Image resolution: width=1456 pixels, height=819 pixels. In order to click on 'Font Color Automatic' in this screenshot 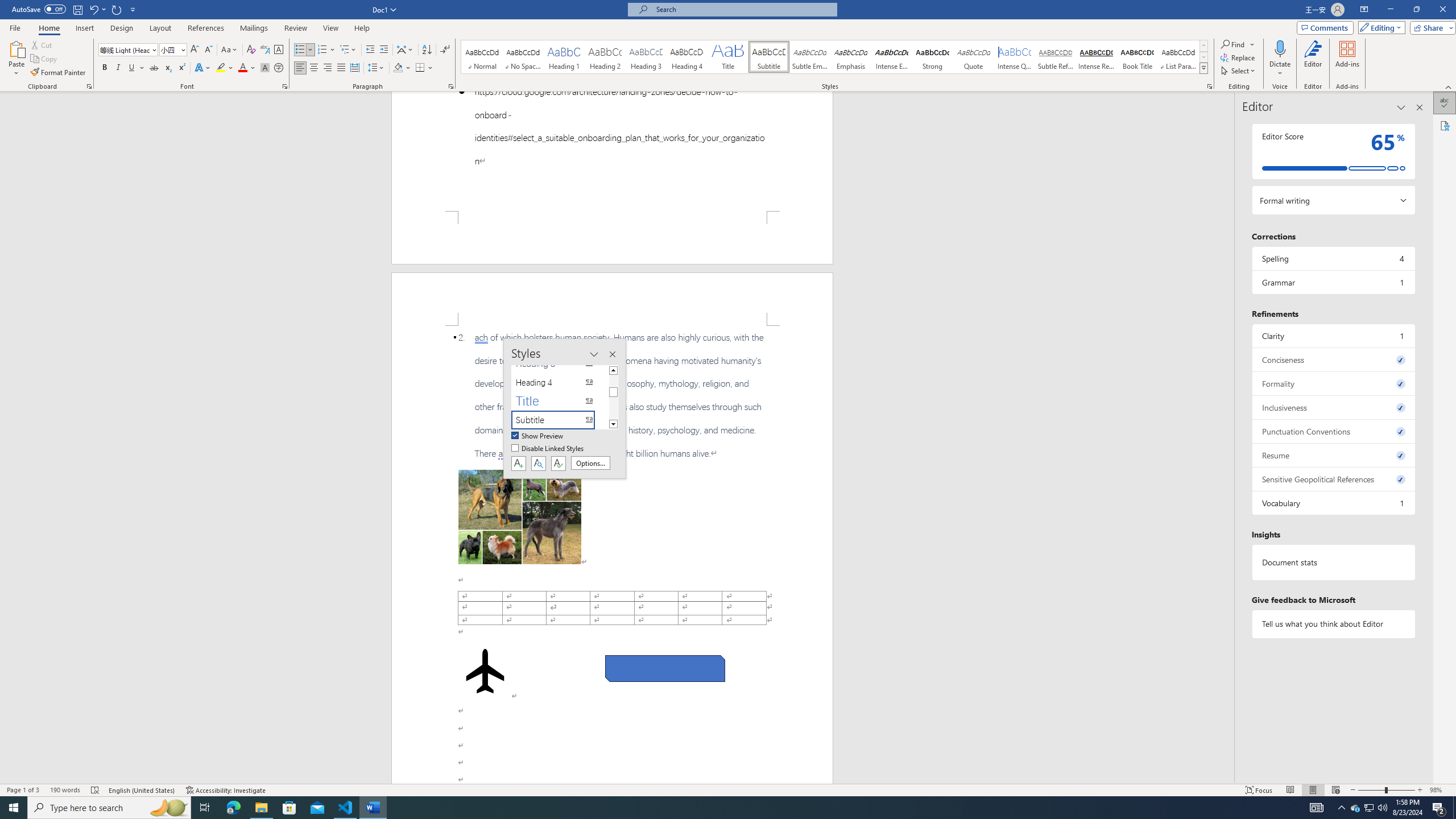, I will do `click(242, 67)`.